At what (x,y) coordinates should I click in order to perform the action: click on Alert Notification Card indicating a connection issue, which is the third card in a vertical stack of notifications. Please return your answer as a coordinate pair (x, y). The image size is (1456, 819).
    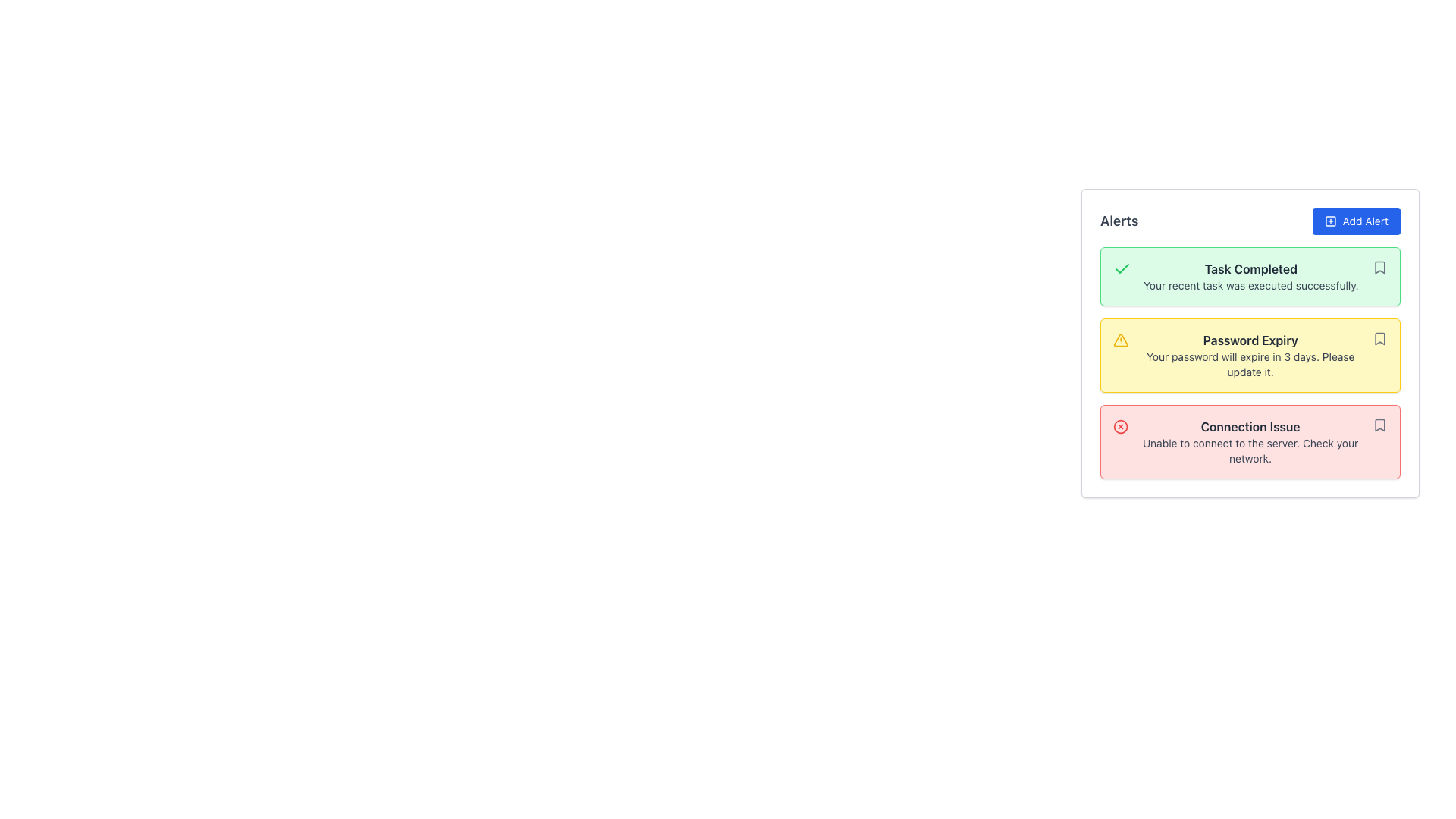
    Looking at the image, I should click on (1250, 441).